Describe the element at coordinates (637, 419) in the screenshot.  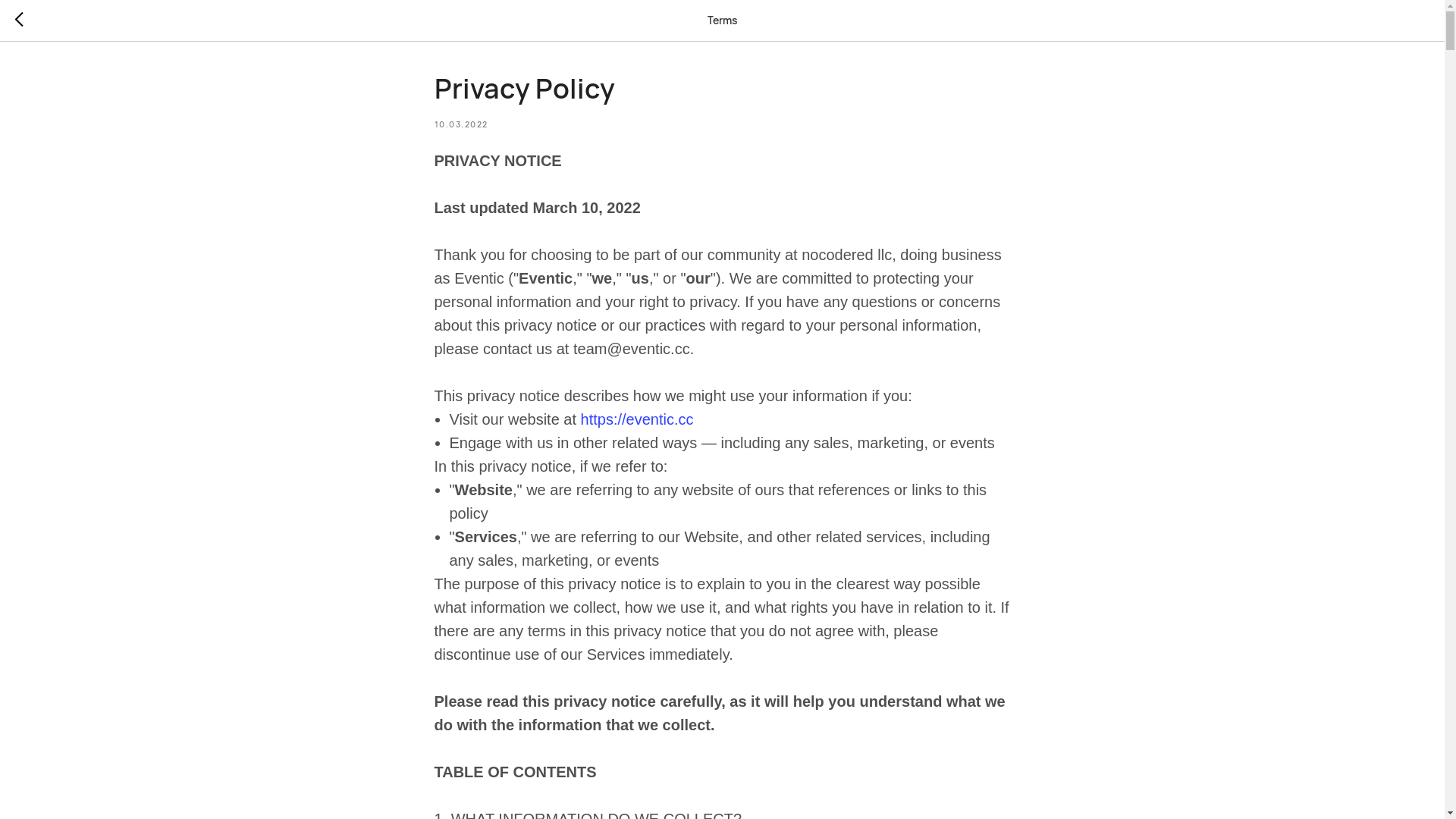
I see `'https://eventic.cc'` at that location.